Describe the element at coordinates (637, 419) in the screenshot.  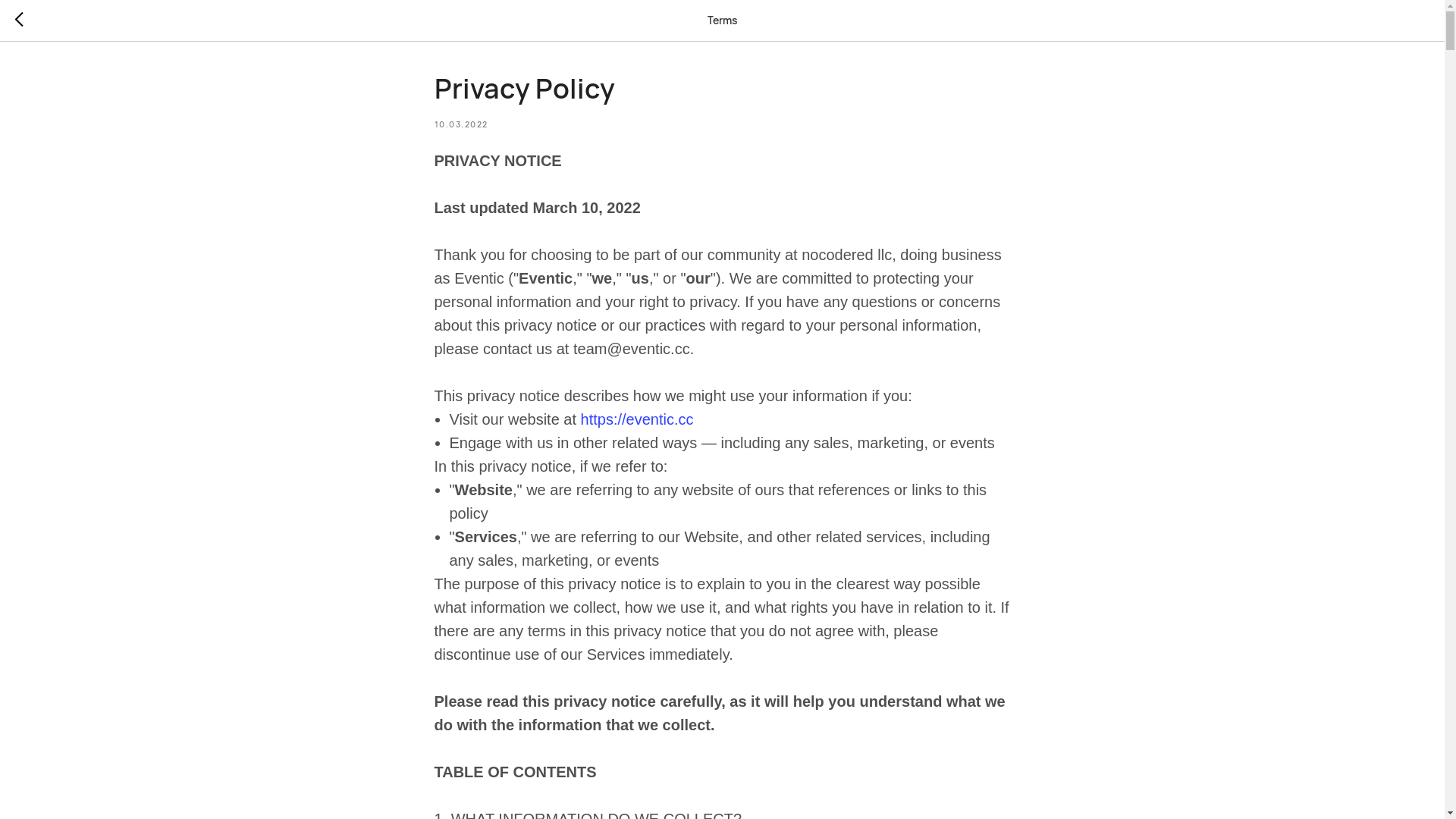
I see `'https://eventic.cc'` at that location.